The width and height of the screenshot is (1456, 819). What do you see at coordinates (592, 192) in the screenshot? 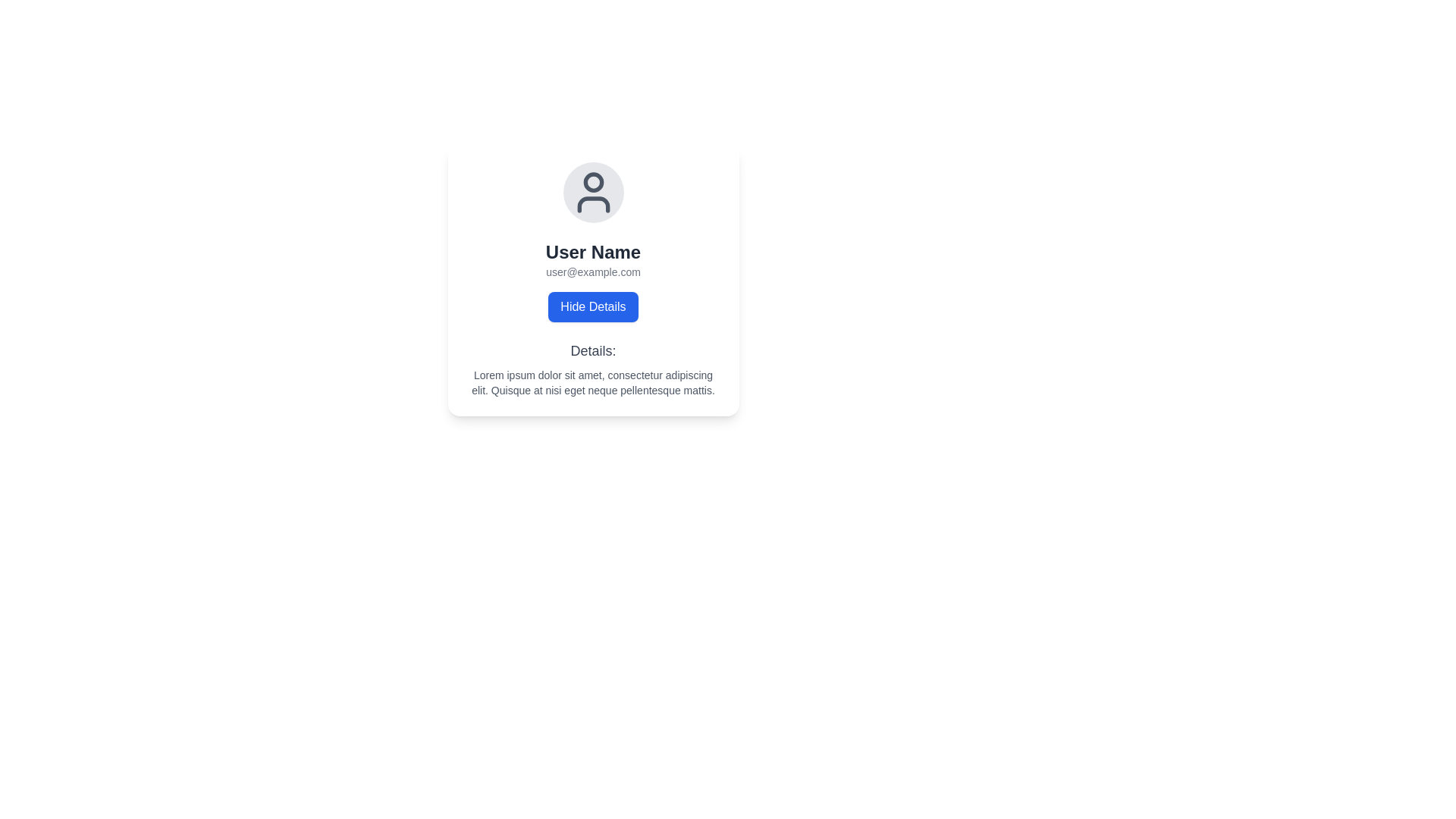
I see `the user profile icon, which is represented by a circular gray background located above the 'User Name' label, to identify the user profile` at bounding box center [592, 192].